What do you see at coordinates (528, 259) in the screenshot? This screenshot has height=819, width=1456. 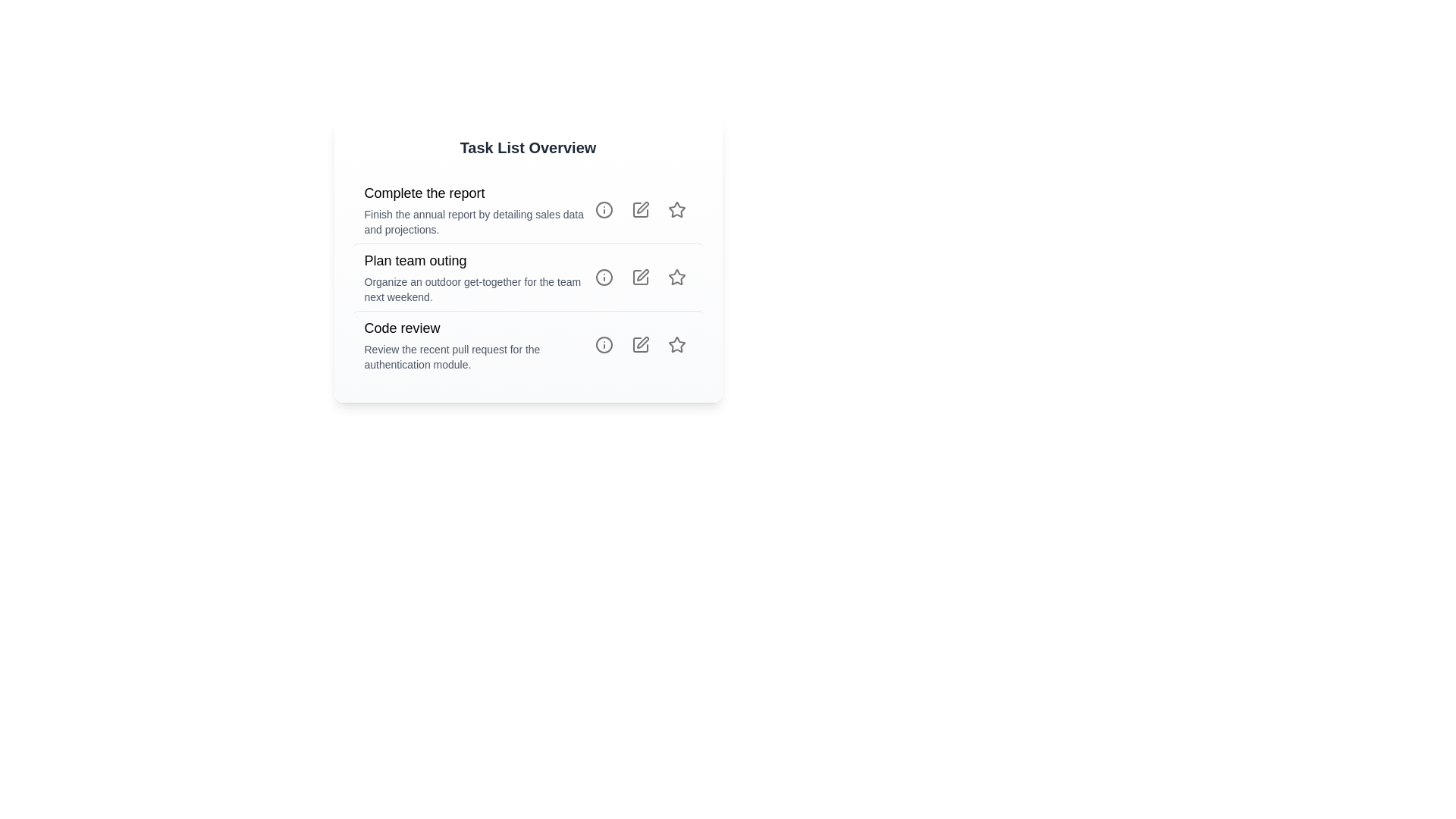 I see `the second Task List Item, which represents an individual task with a title and description, positioned centrally below 'Complete the report' and above 'Code review'` at bounding box center [528, 259].